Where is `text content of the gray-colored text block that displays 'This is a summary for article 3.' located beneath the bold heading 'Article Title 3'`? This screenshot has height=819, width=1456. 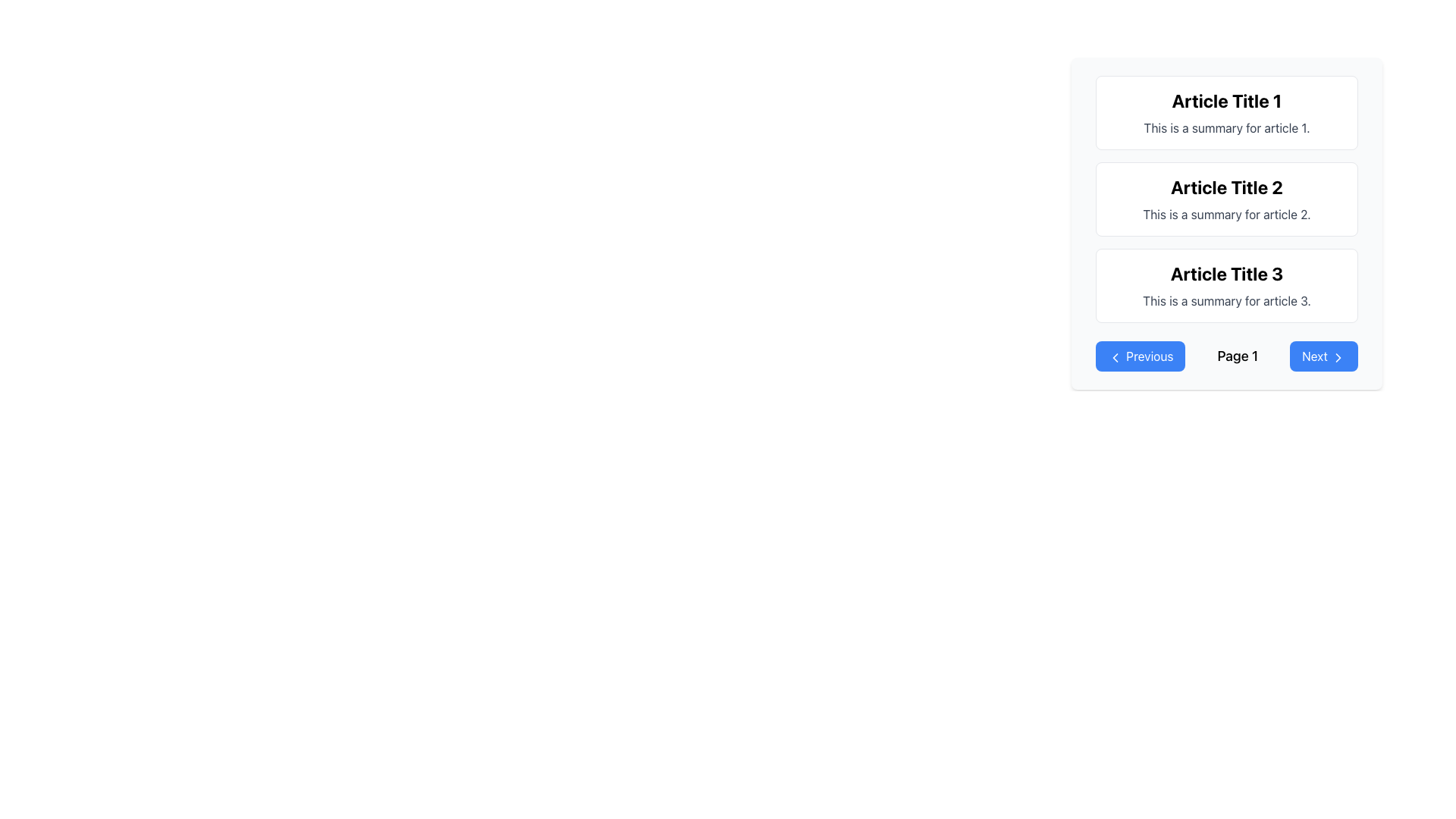
text content of the gray-colored text block that displays 'This is a summary for article 3.' located beneath the bold heading 'Article Title 3' is located at coordinates (1226, 301).